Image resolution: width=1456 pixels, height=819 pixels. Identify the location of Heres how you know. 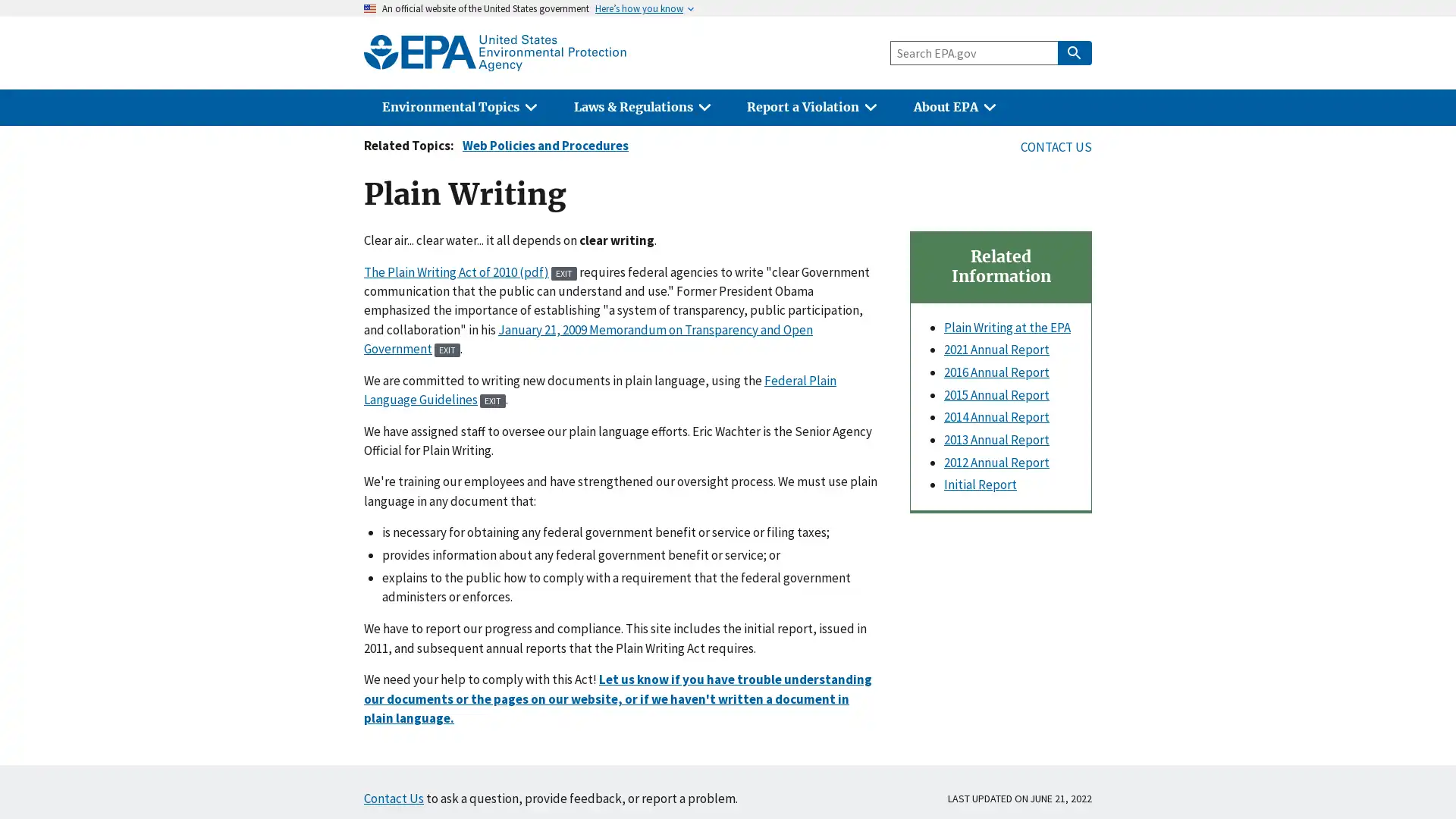
(639, 8).